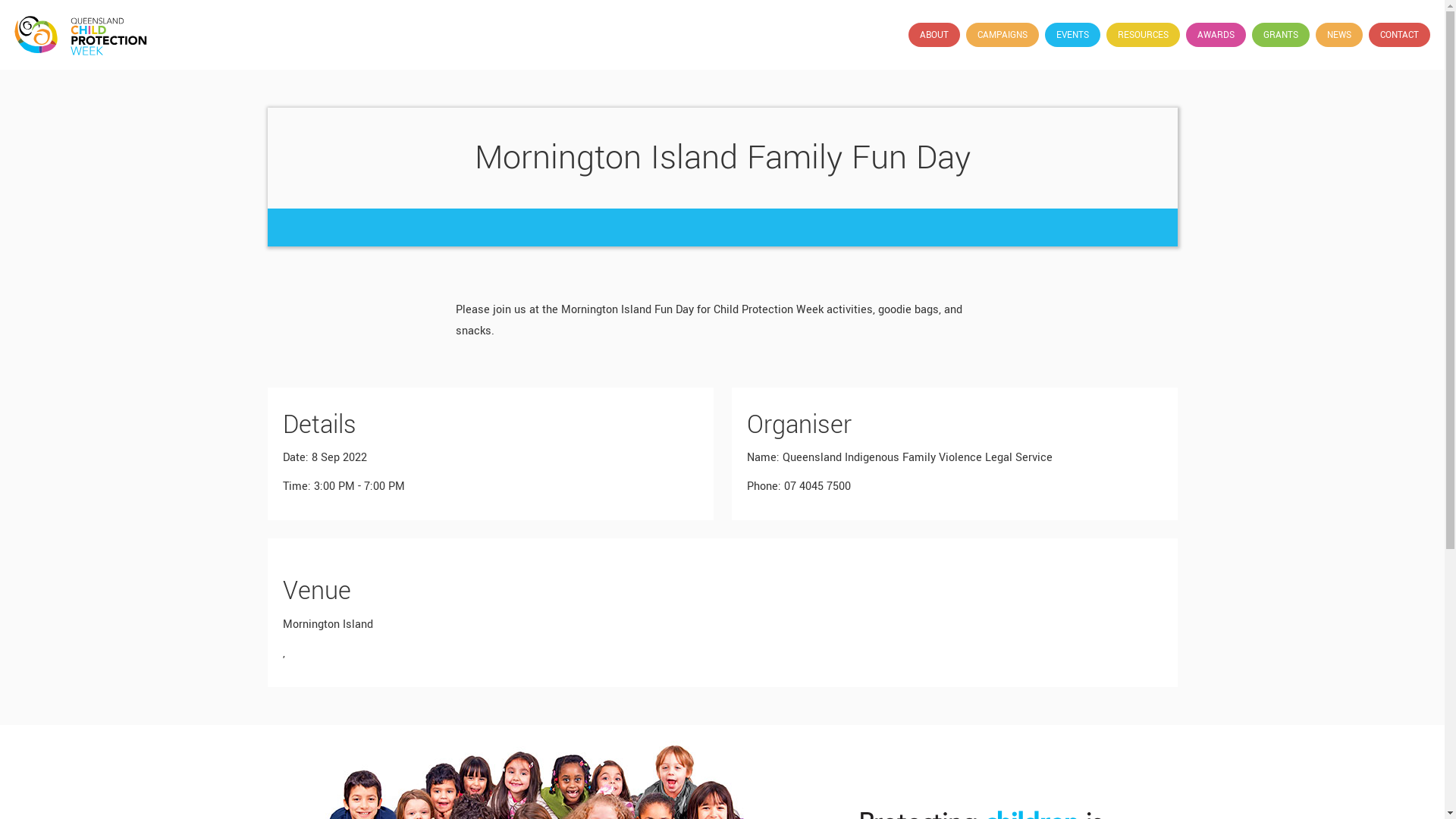 This screenshot has height=819, width=1456. Describe the element at coordinates (1106, 34) in the screenshot. I see `'RESOURCES'` at that location.